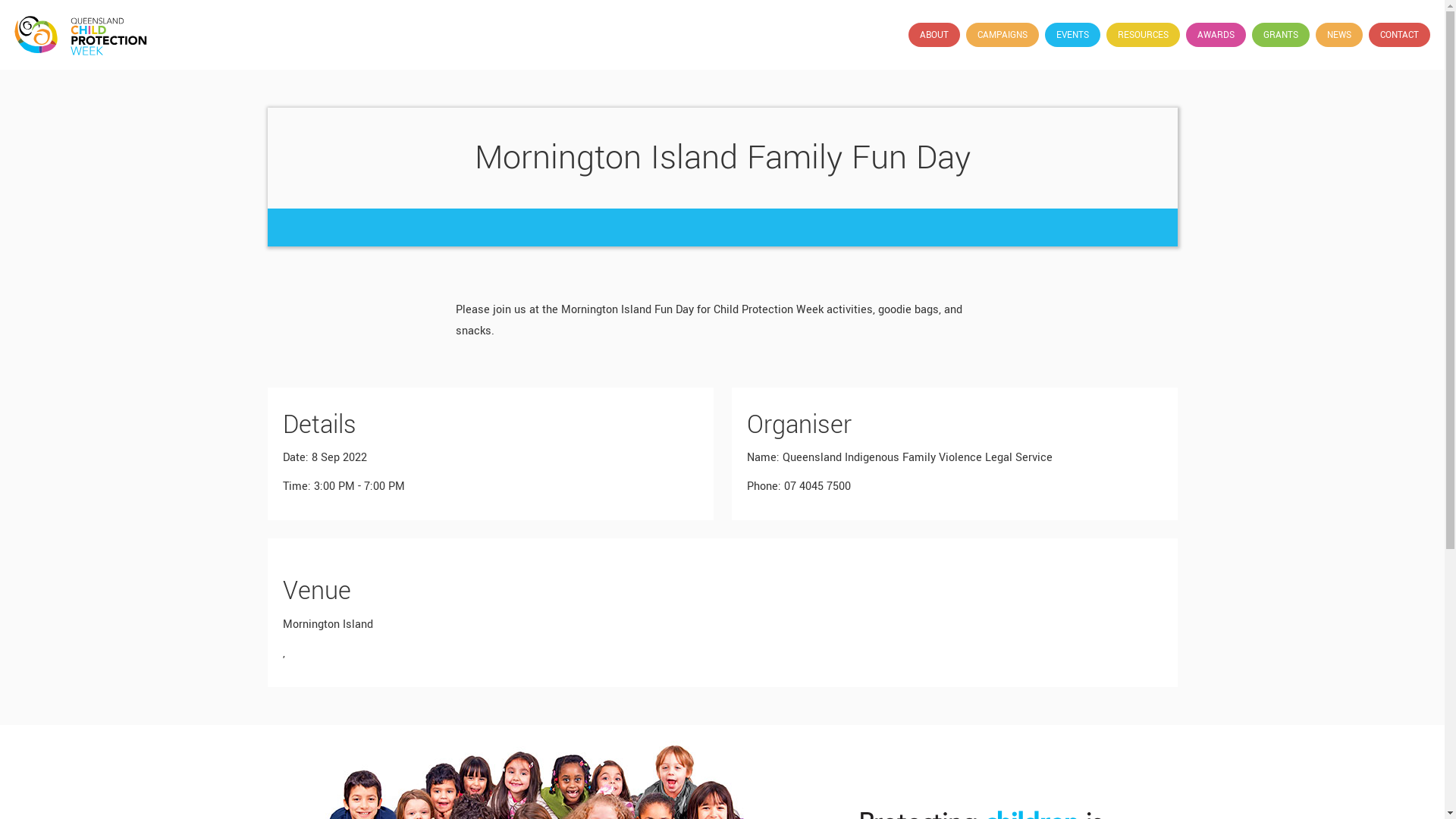 This screenshot has height=819, width=1456. Describe the element at coordinates (1106, 34) in the screenshot. I see `'RESOURCES'` at that location.